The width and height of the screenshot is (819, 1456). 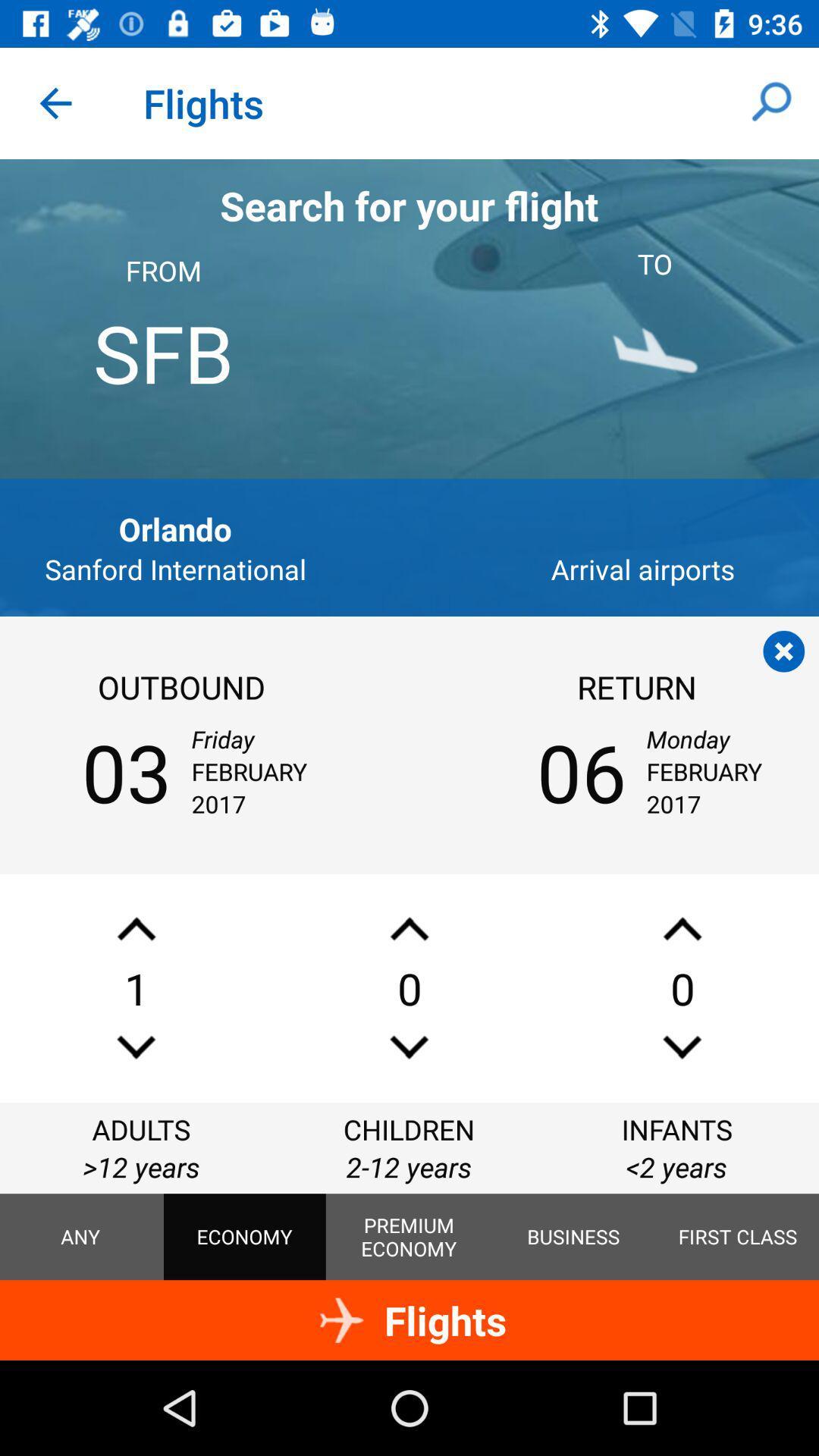 What do you see at coordinates (55, 102) in the screenshot?
I see `item to the left of flights app` at bounding box center [55, 102].